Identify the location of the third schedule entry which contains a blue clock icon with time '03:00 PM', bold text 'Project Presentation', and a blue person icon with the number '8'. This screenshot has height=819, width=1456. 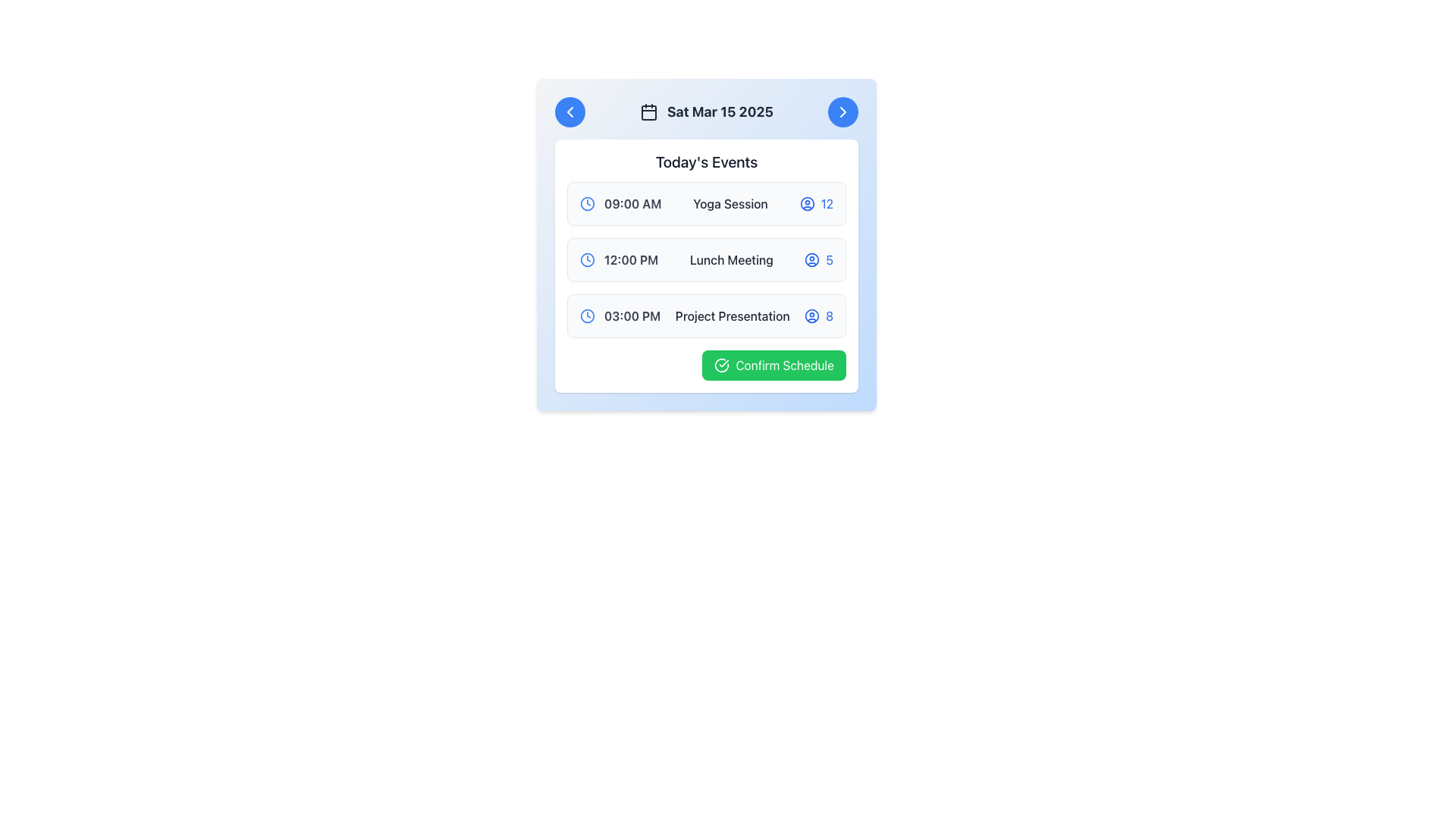
(705, 315).